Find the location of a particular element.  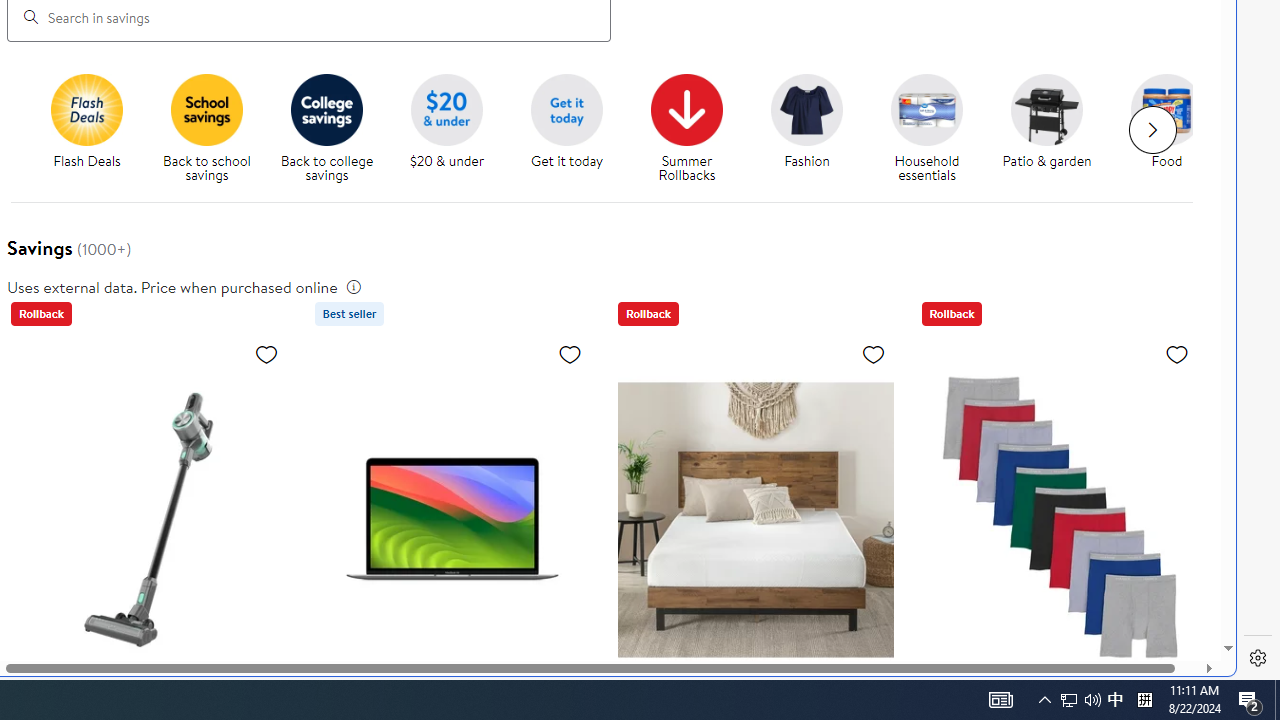

'Summer Rollbacks Summer Rollbacks' is located at coordinates (686, 129).